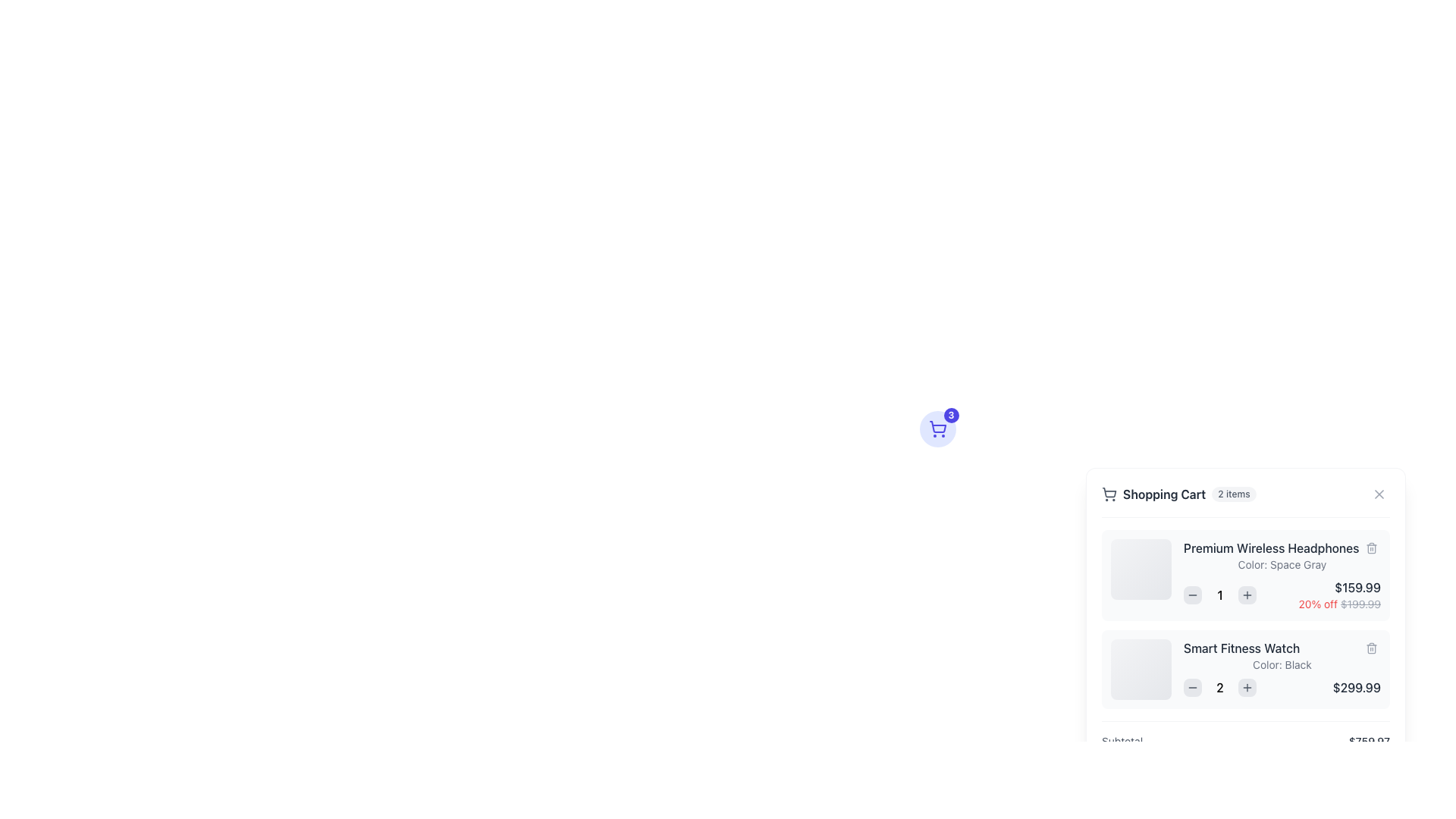  Describe the element at coordinates (1241, 648) in the screenshot. I see `the Text label displaying 'Smart Fitness Watch' in a shopping cart interface, which is styled in a medium-sized, slightly bold grayish-black font` at that location.